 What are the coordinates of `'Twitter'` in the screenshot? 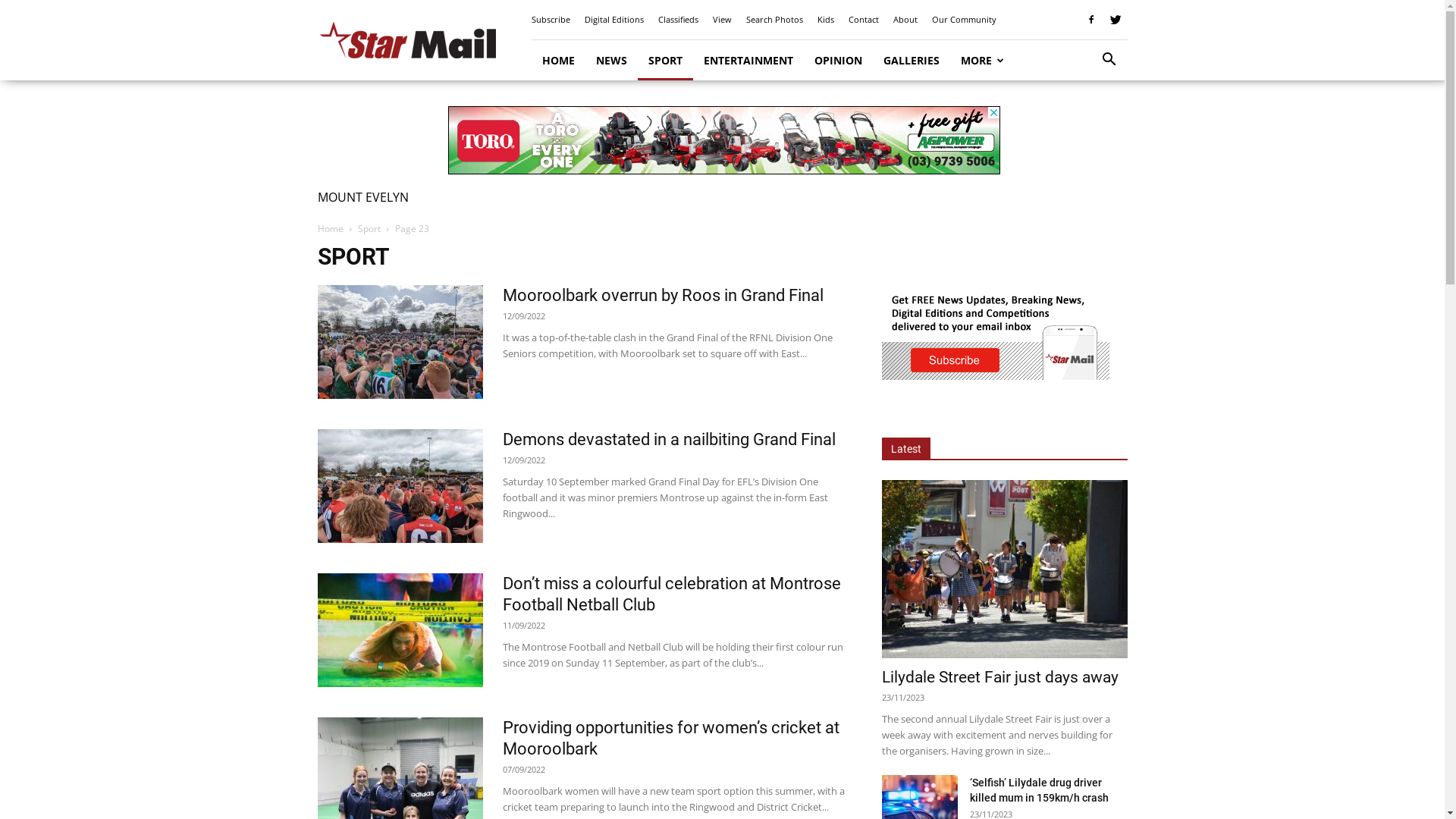 It's located at (1115, 20).